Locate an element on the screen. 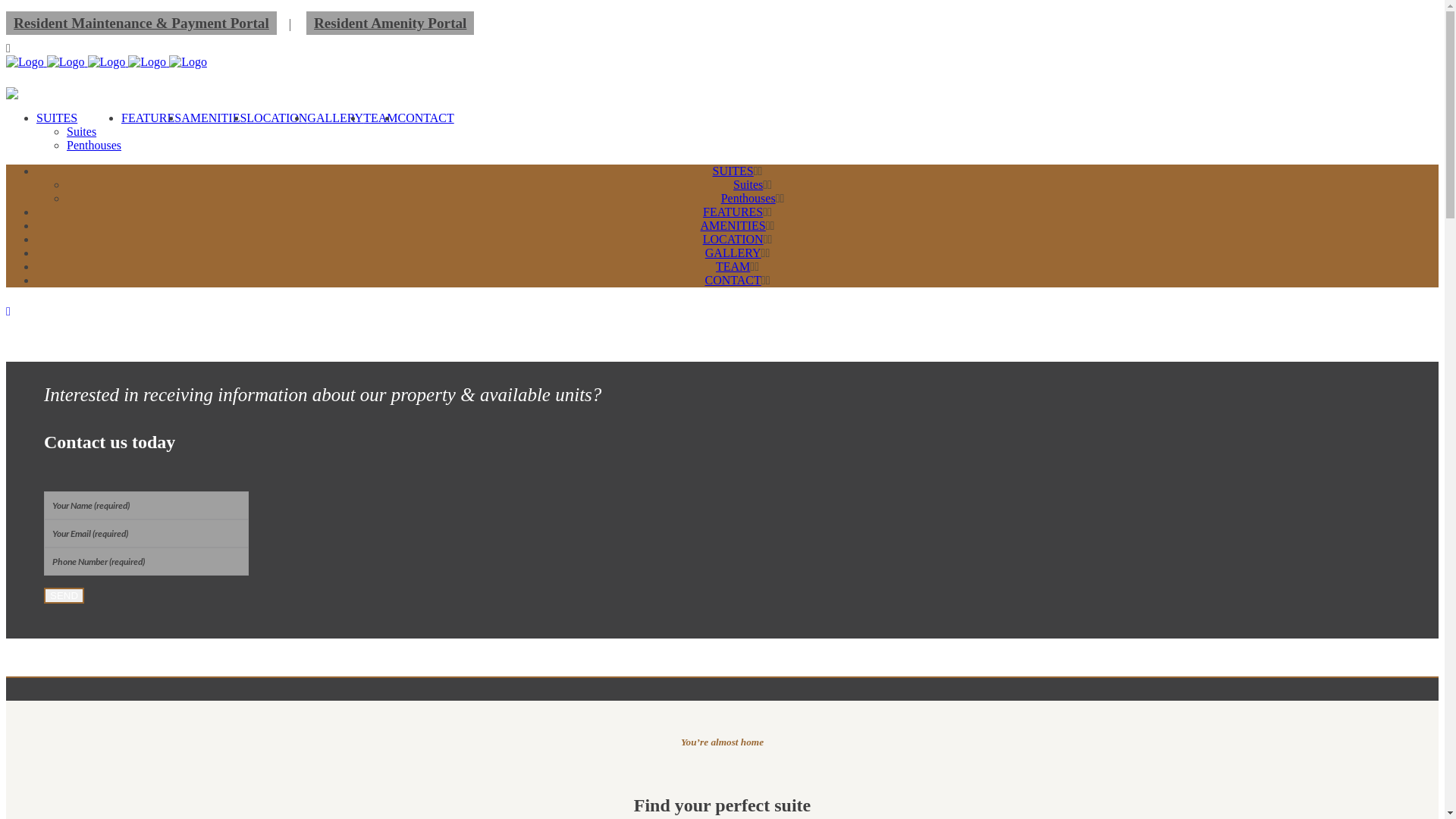  'CONTACT' is located at coordinates (733, 280).